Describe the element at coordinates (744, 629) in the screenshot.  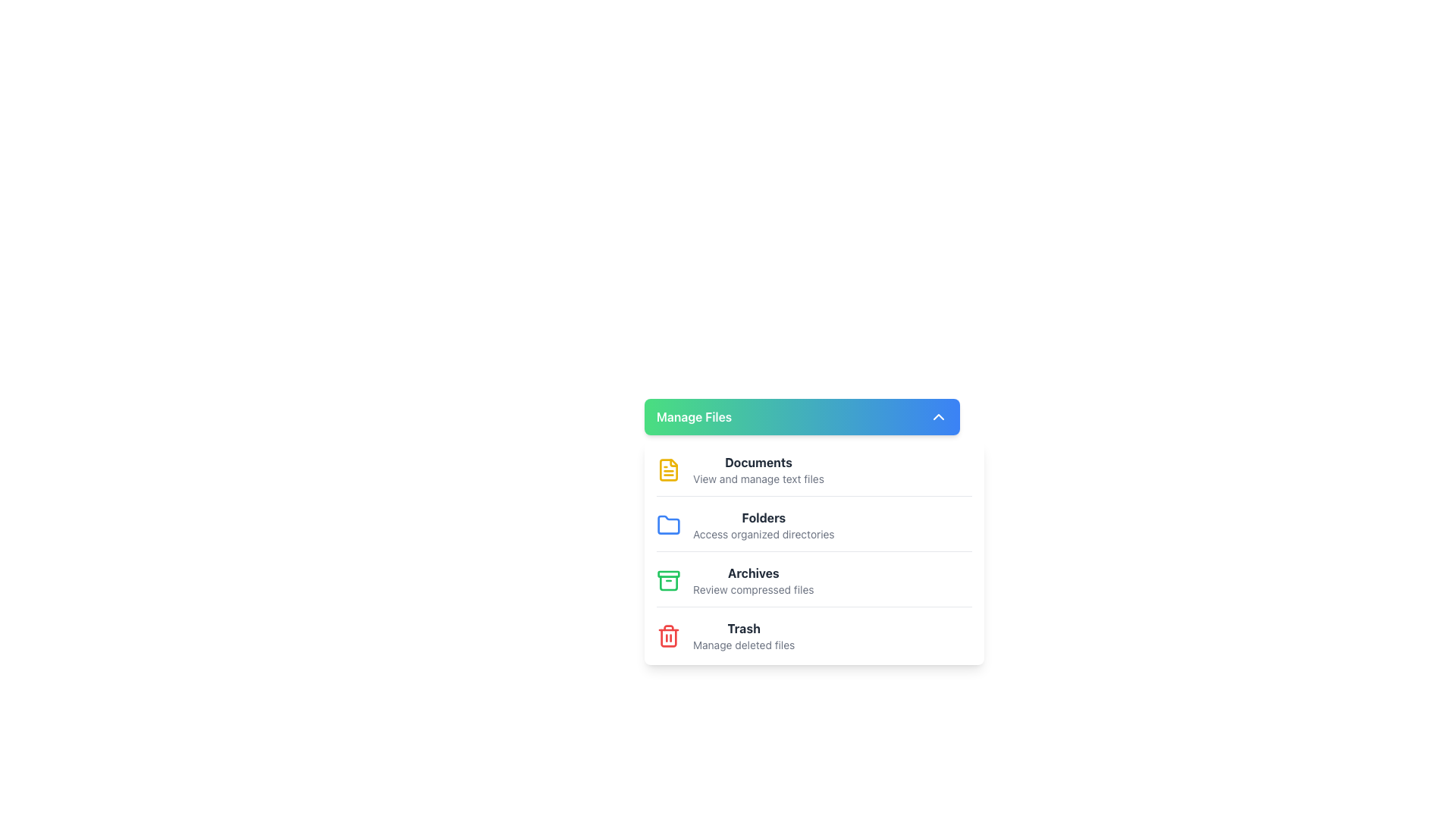
I see `the bold text label displaying 'Trash' in dark gray color, which is the last option in the vertical list of items` at that location.